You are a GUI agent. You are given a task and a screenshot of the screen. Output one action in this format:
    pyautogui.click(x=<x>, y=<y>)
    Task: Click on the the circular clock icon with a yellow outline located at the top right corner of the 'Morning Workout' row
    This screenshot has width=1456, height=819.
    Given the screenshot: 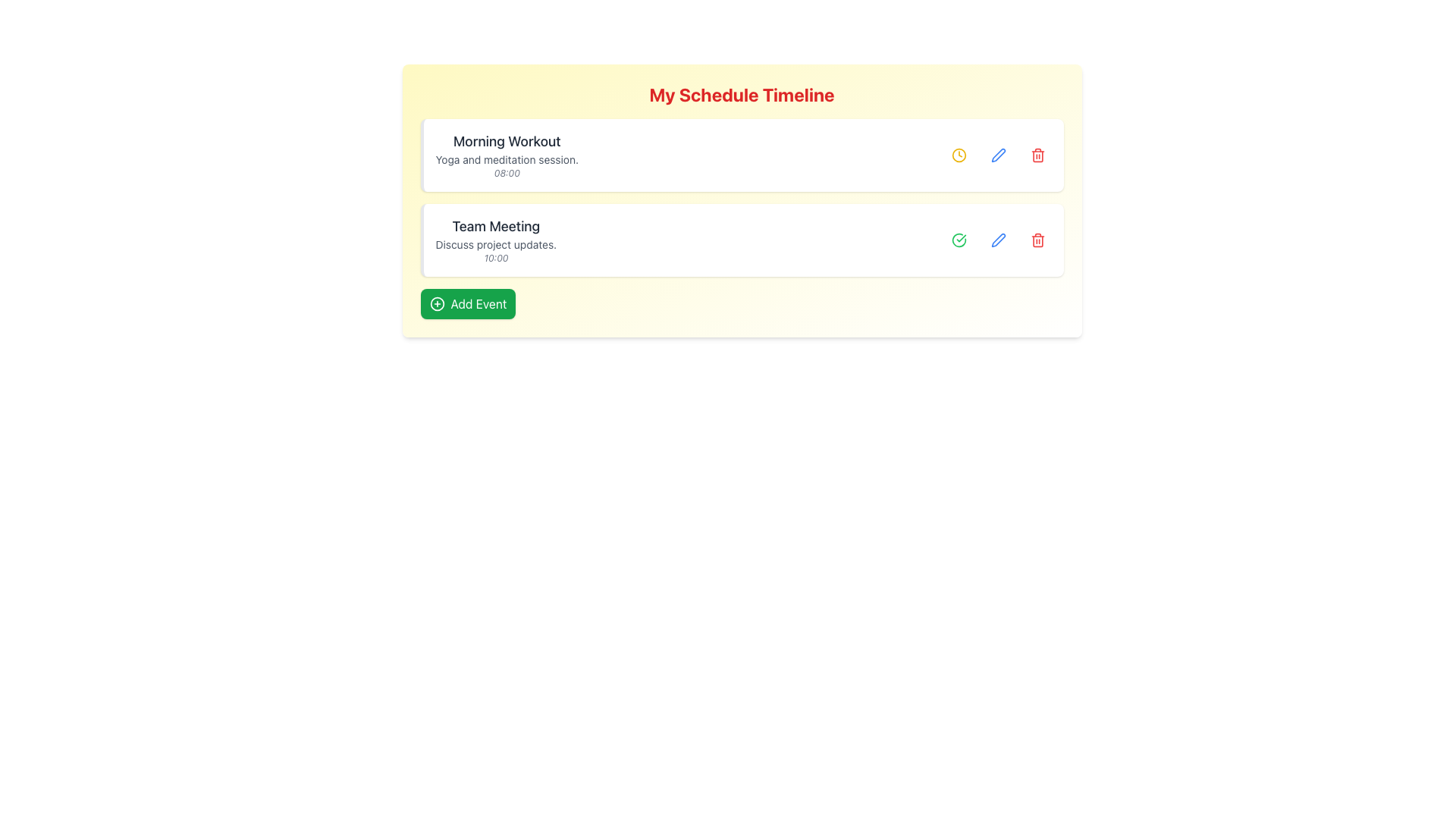 What is the action you would take?
    pyautogui.click(x=958, y=155)
    